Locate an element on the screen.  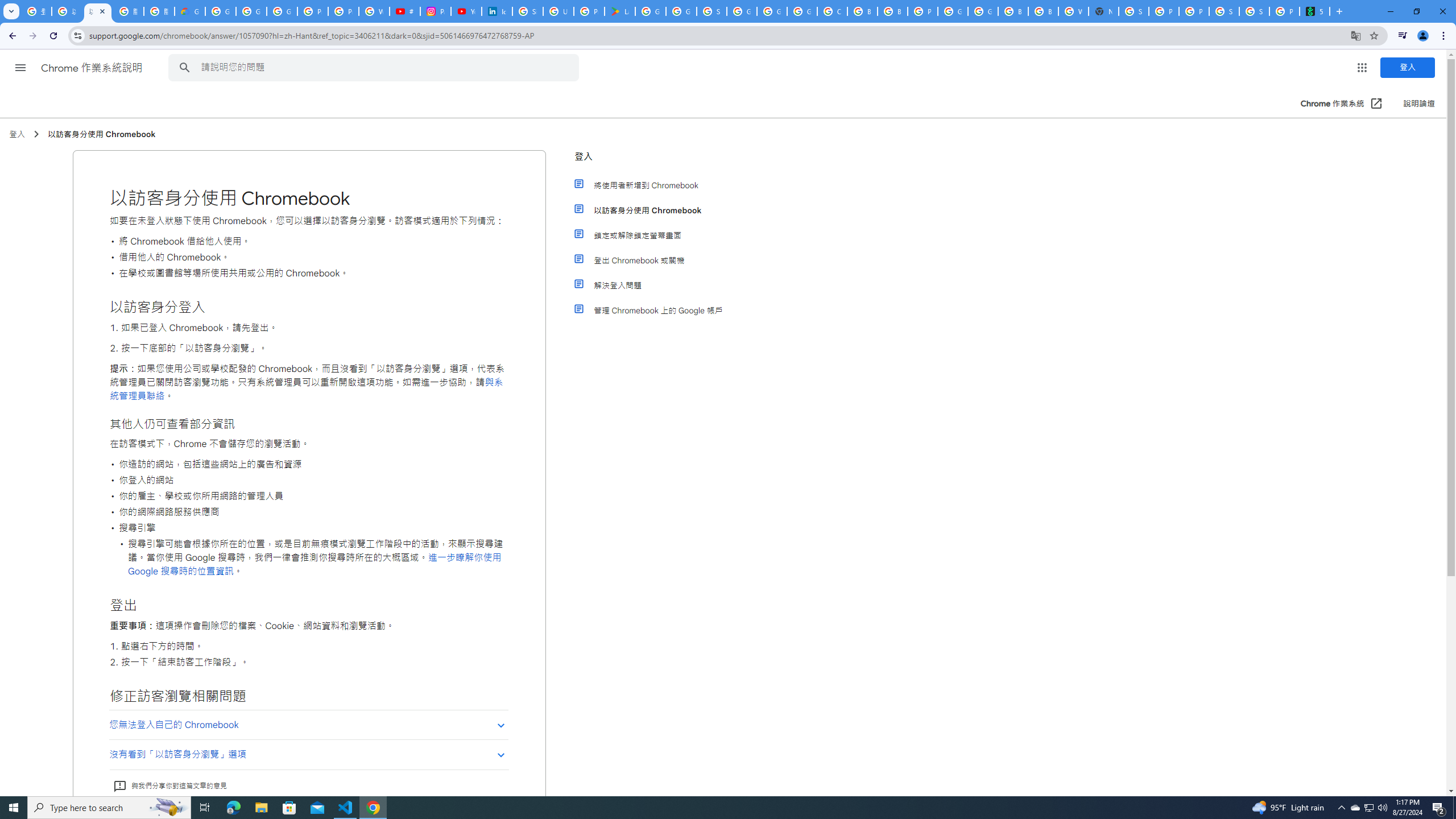
'Browse Chrome as a guest - Computer - Google Chrome Help' is located at coordinates (1013, 11).